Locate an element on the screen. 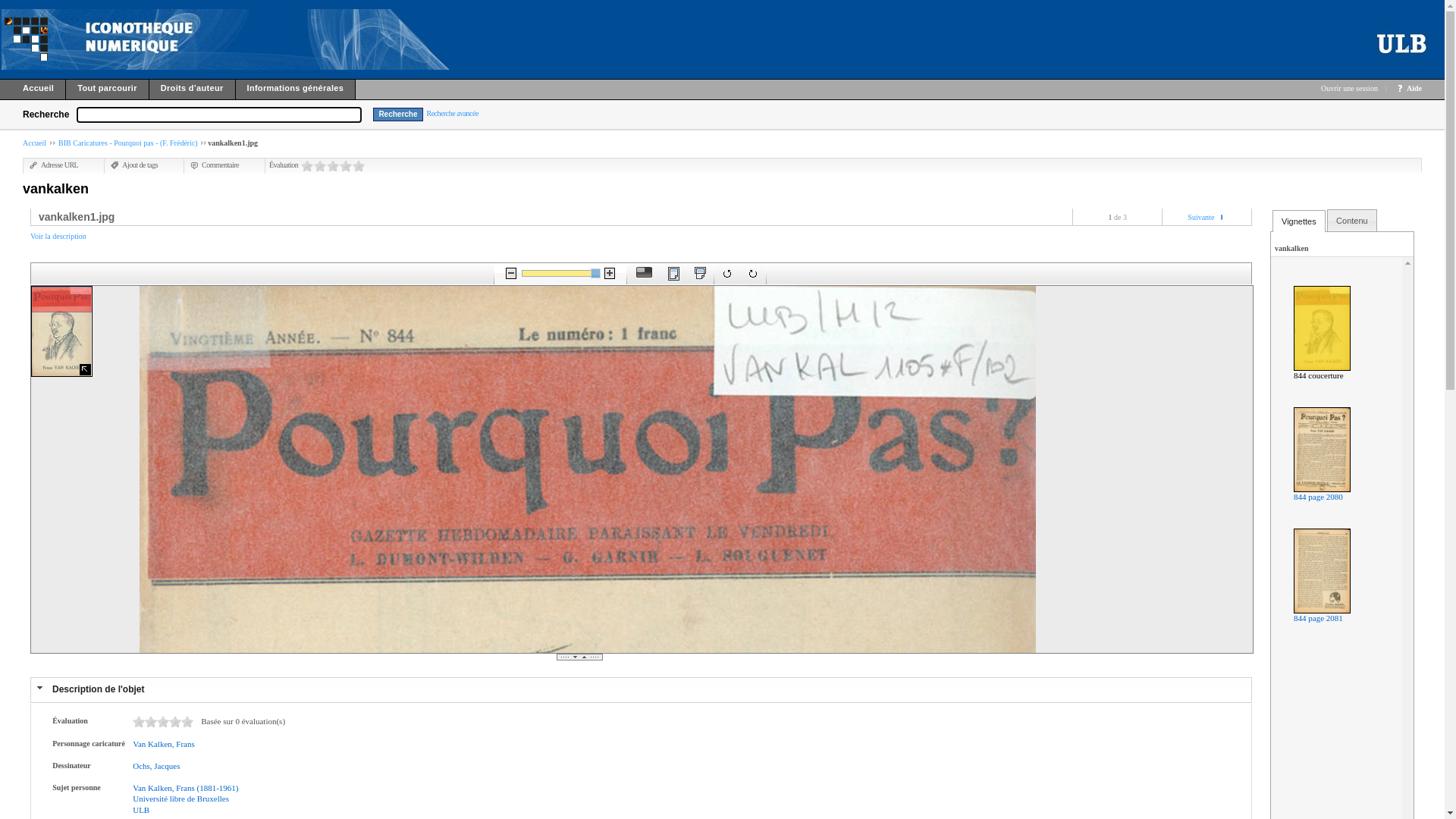  'ICONOTHEQUE NUMERIQUE' is located at coordinates (1, 38).